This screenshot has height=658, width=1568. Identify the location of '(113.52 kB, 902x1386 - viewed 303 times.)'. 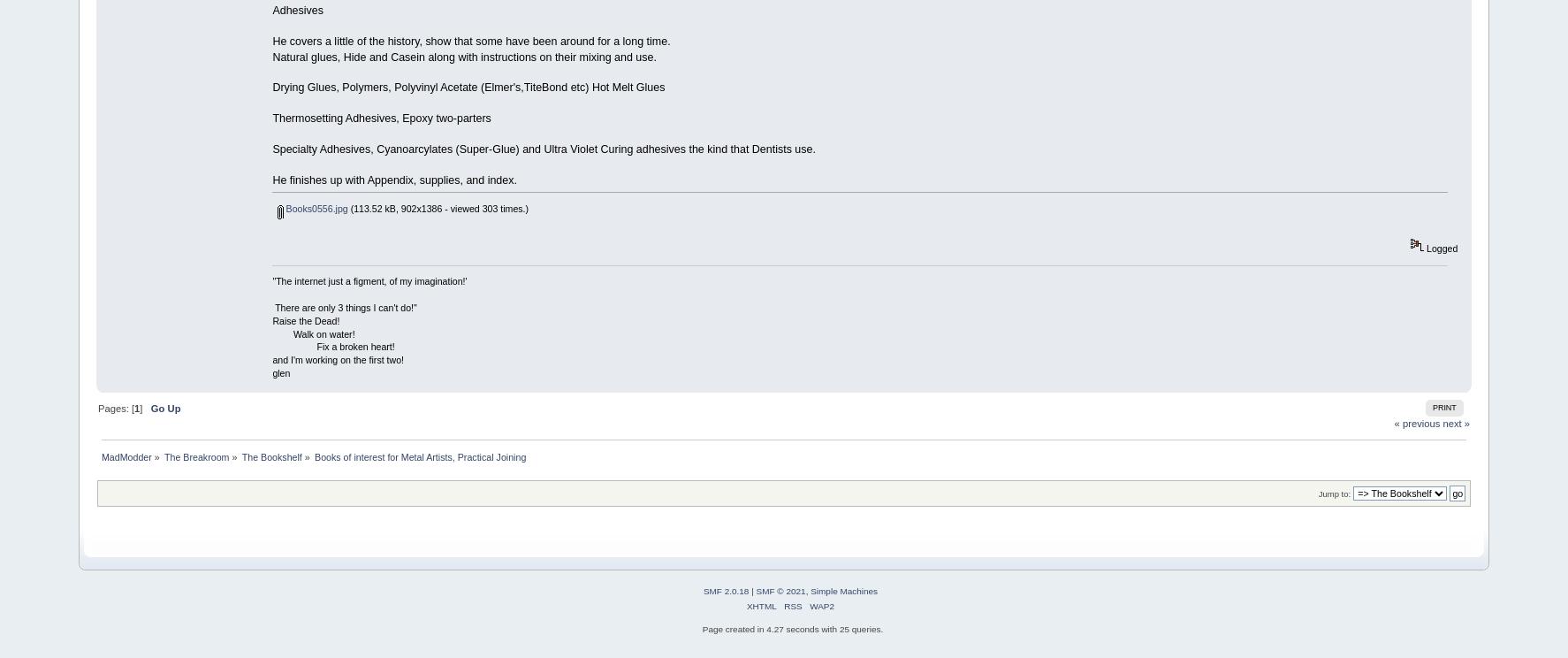
(346, 207).